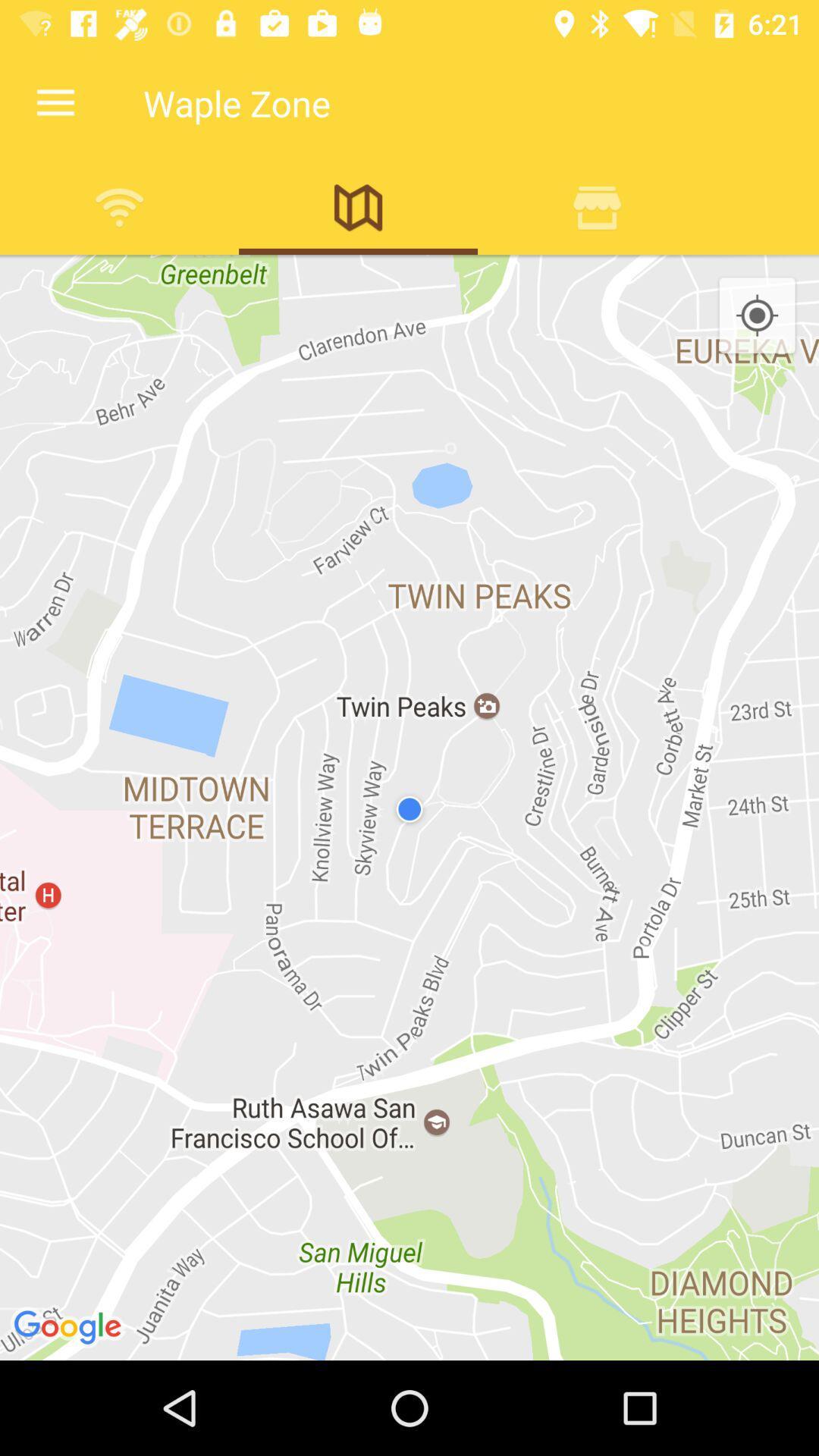  What do you see at coordinates (118, 206) in the screenshot?
I see `wifi` at bounding box center [118, 206].